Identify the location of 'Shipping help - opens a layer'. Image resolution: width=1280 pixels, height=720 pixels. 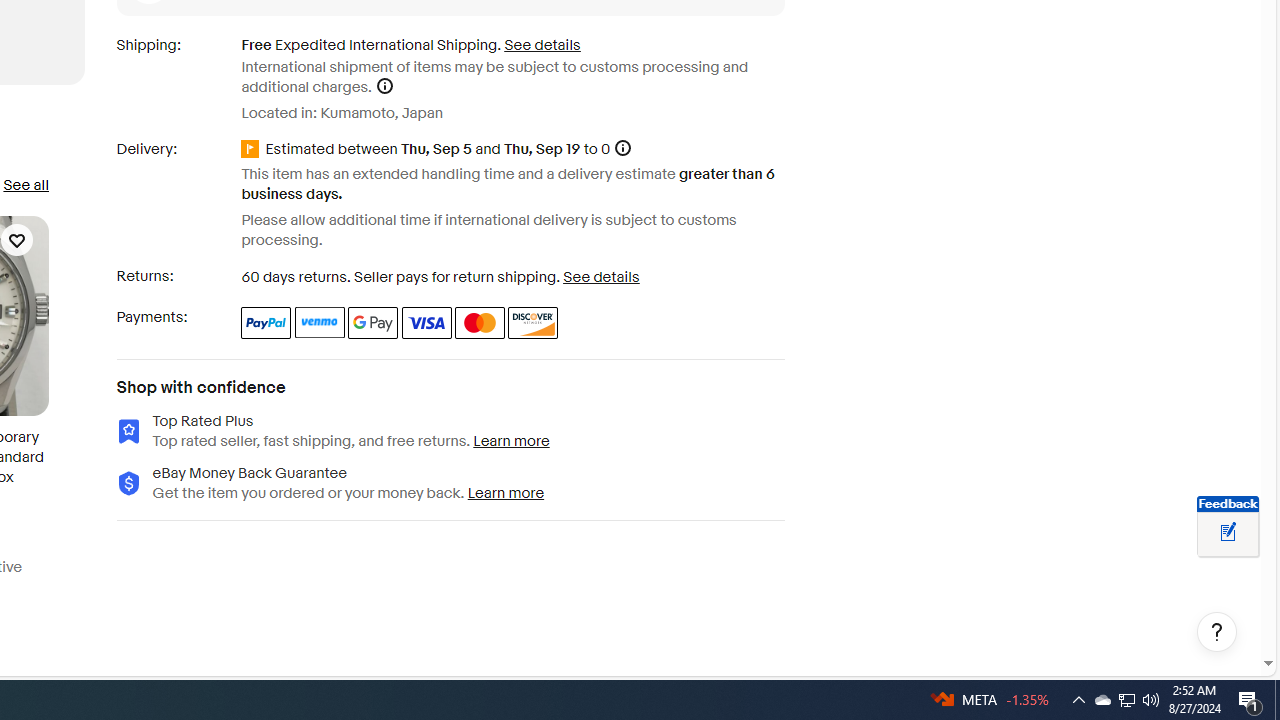
(384, 85).